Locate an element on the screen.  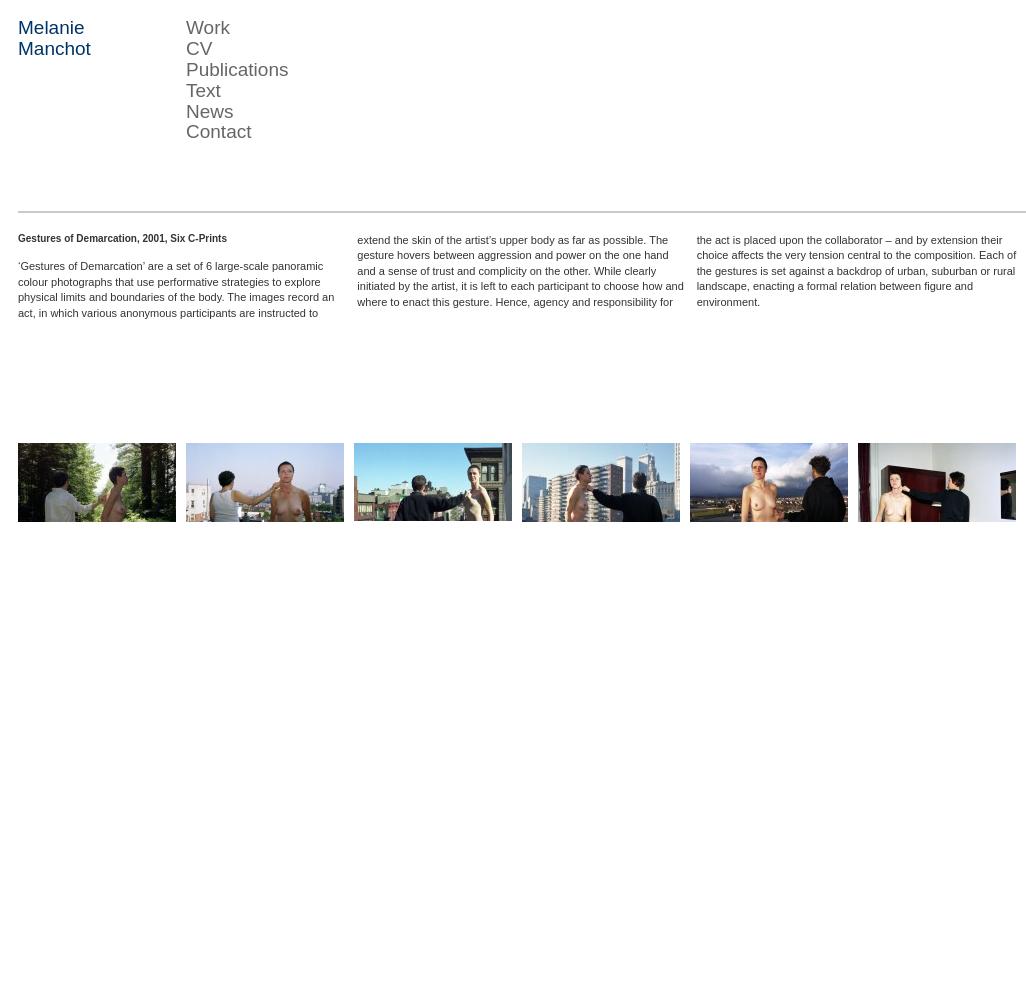
'Melanie' is located at coordinates (50, 27).